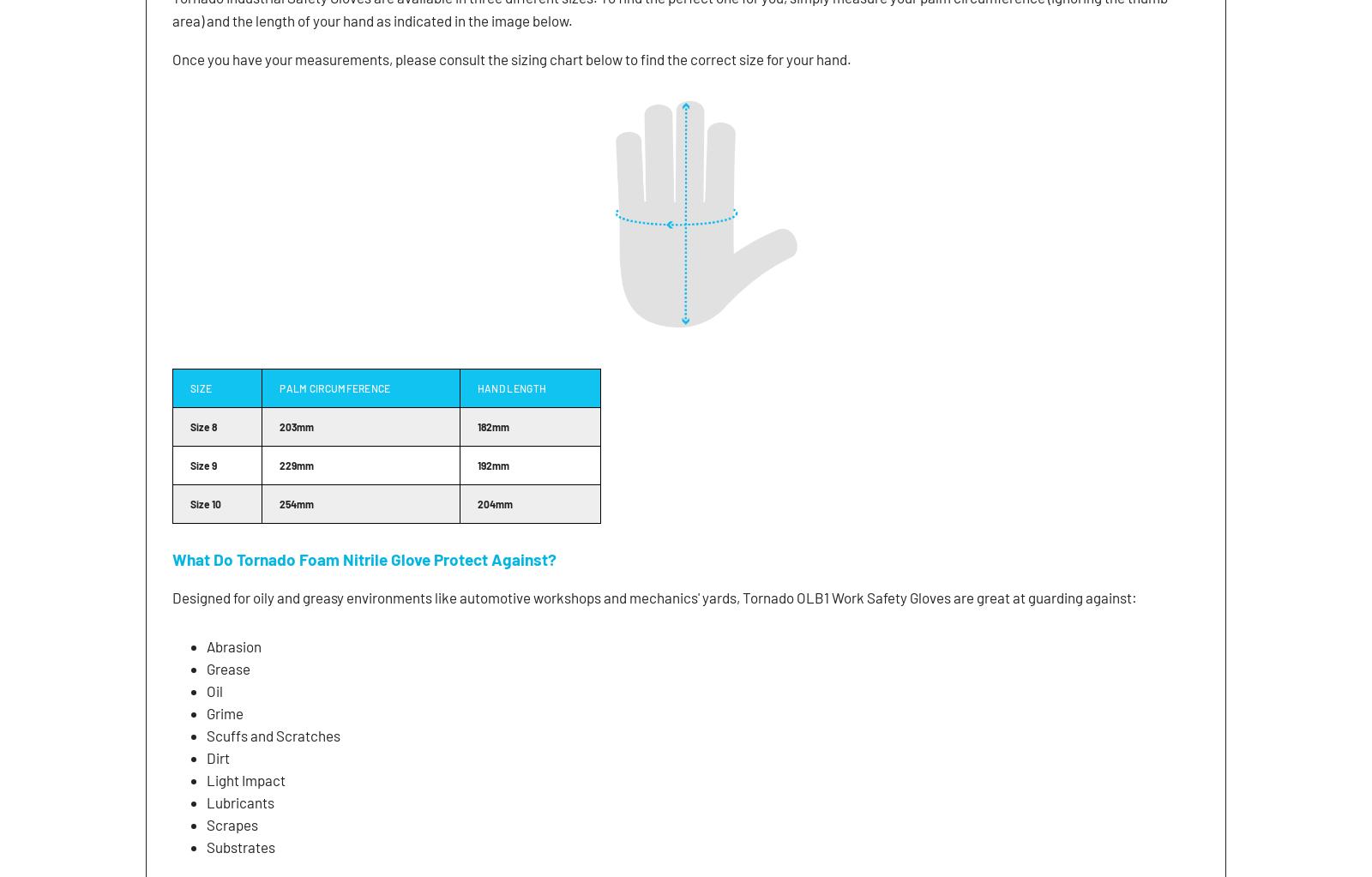 This screenshot has height=877, width=1372. I want to click on 'Size 8', so click(190, 425).